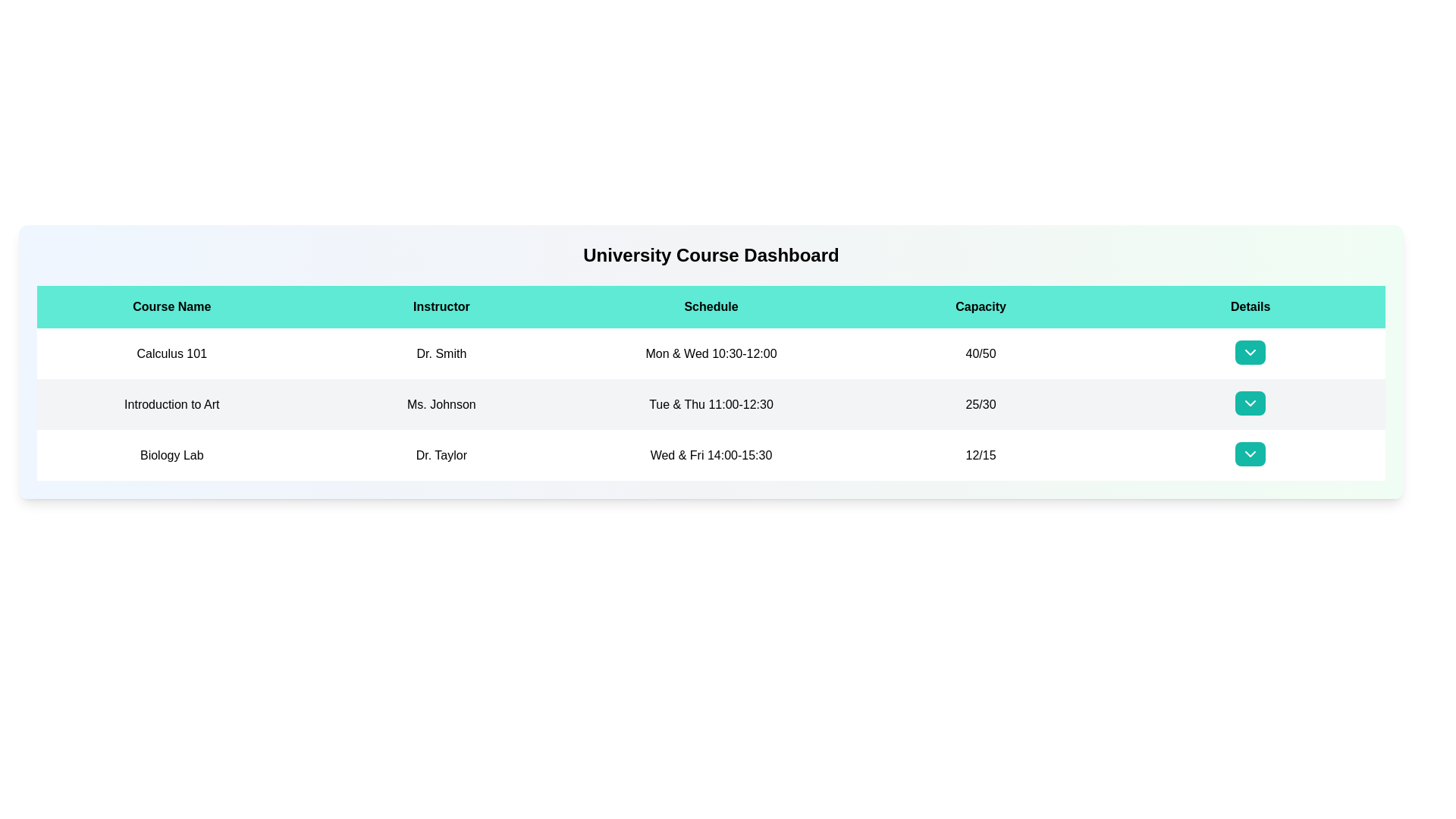  What do you see at coordinates (1250, 403) in the screenshot?
I see `the Dropdown toggle button with a teal background and a downward-pointing chevron icon, located in the 'Details' column of the 'Introduction to Art' row` at bounding box center [1250, 403].